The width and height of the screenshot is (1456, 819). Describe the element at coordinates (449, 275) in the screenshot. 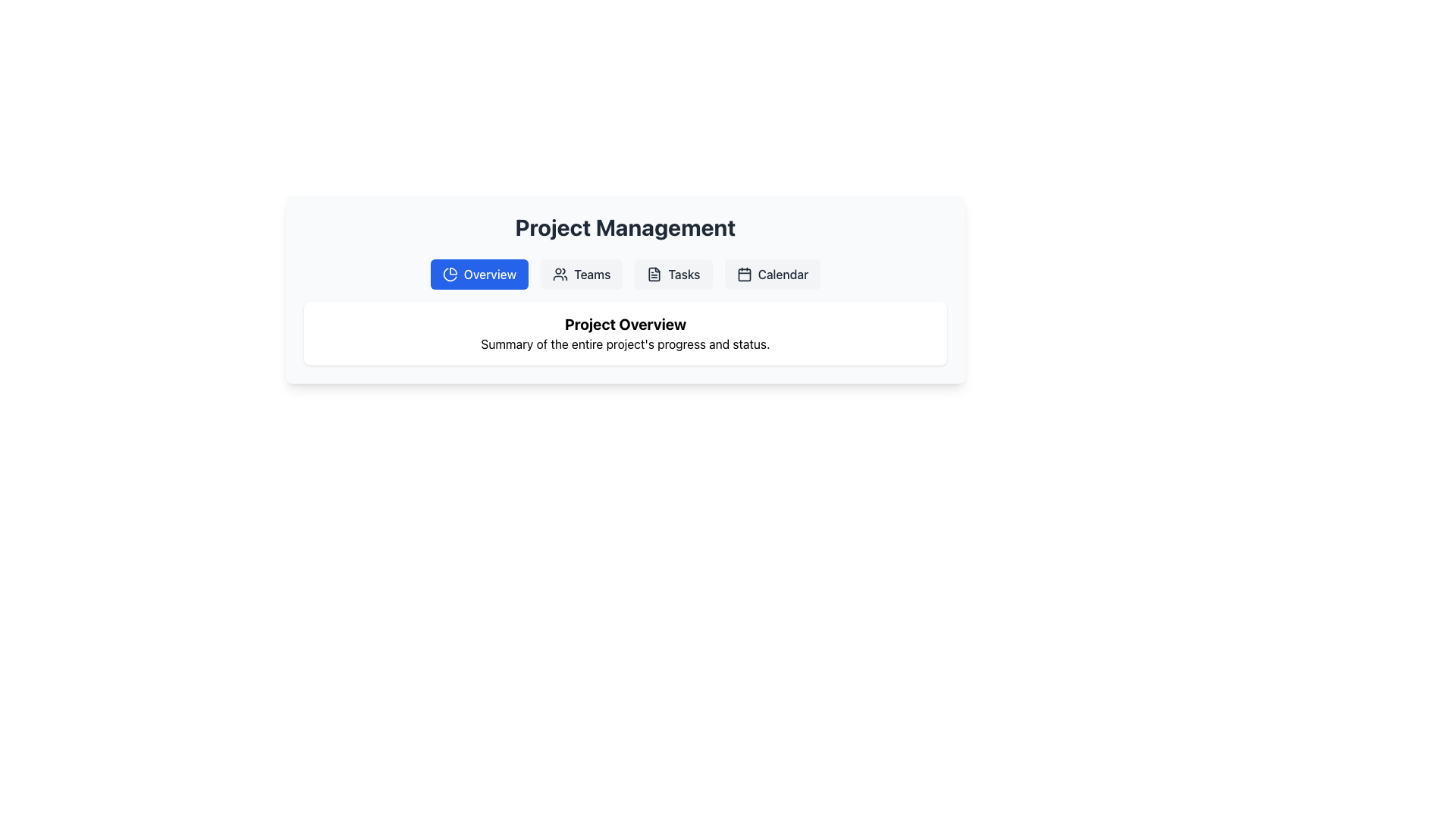

I see `the Overview icon located at the top-left segment of the blue-colored Overview button` at that location.